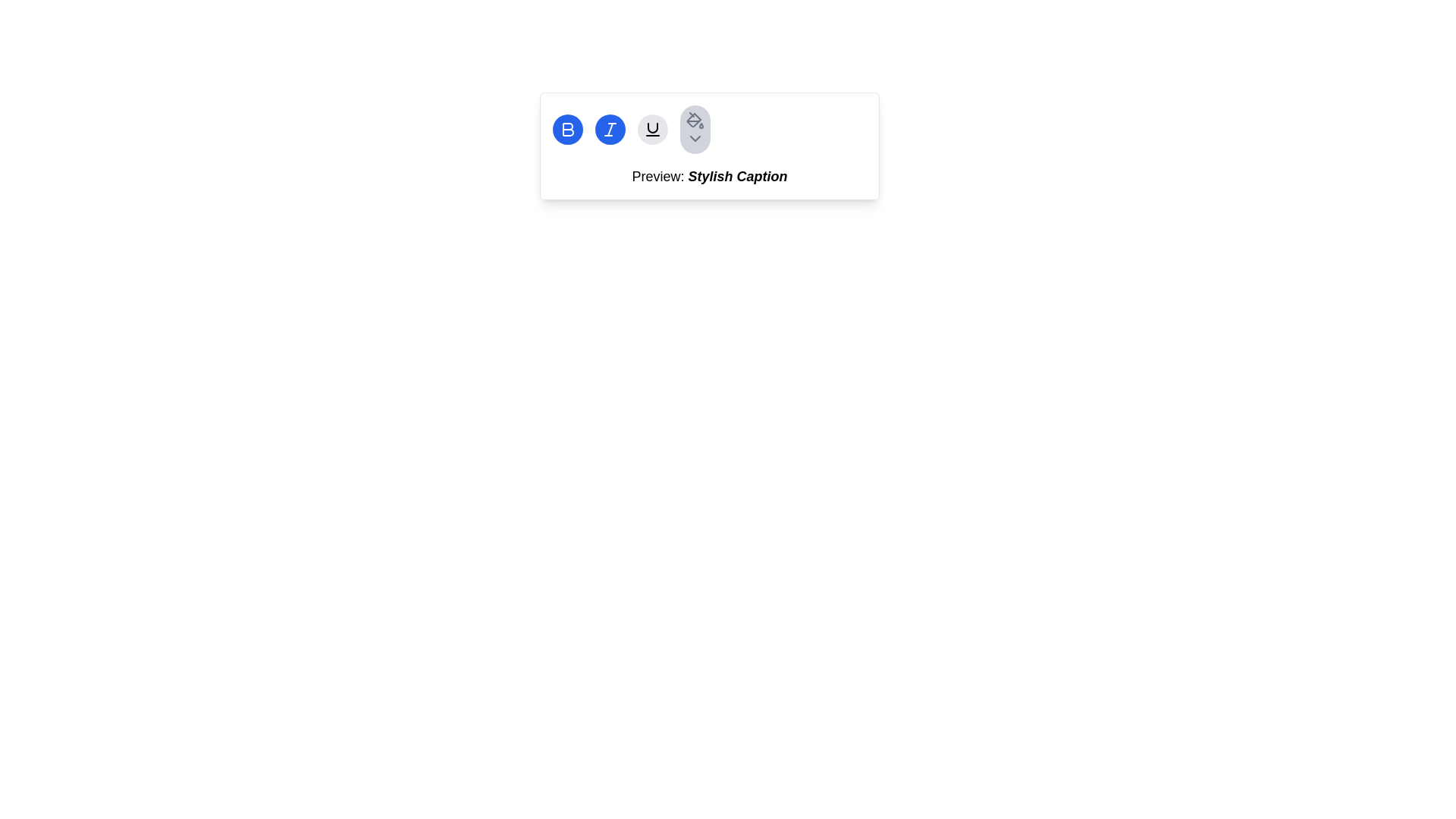 This screenshot has width=1456, height=819. What do you see at coordinates (566, 128) in the screenshot?
I see `the bold text formatting button, which is a circular icon with a blue background and a white outlined 'B' inside, located at the top center of the interface` at bounding box center [566, 128].